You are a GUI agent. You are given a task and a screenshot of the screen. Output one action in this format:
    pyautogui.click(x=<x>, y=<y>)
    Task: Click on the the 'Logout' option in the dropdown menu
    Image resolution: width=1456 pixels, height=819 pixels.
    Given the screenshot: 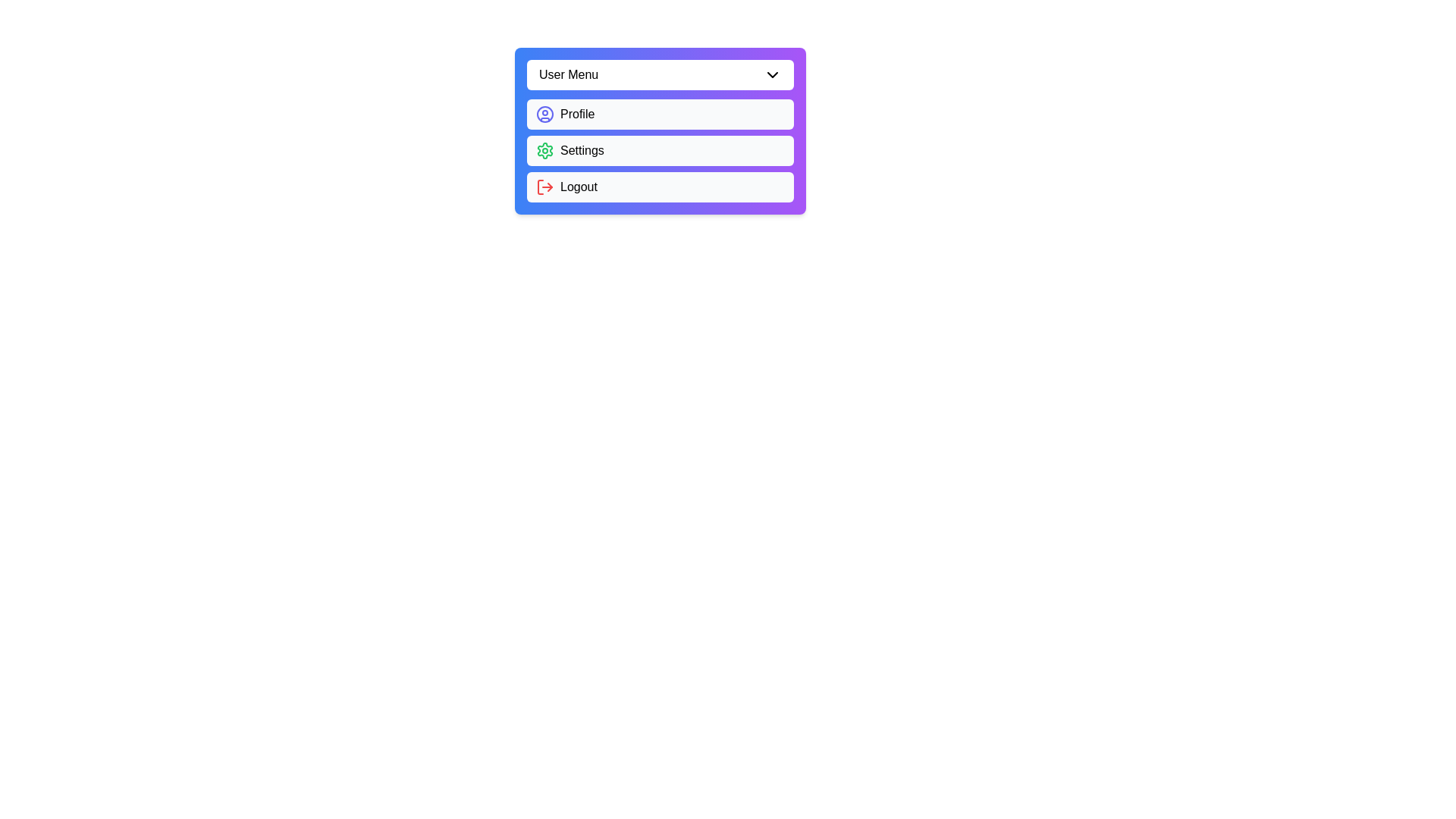 What is the action you would take?
    pyautogui.click(x=660, y=186)
    